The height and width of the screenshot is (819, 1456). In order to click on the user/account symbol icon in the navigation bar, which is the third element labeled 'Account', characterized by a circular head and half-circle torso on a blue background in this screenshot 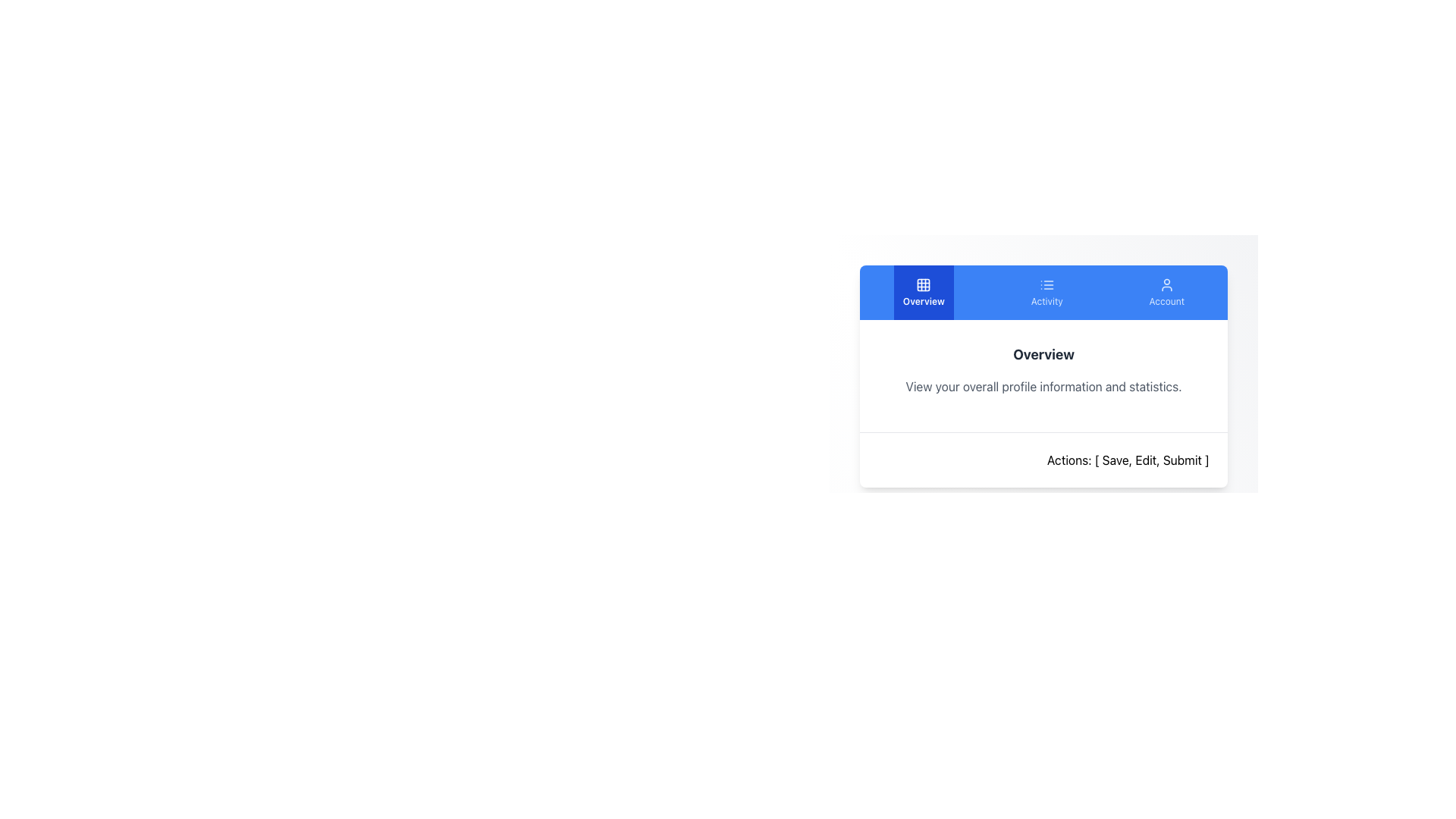, I will do `click(1166, 284)`.